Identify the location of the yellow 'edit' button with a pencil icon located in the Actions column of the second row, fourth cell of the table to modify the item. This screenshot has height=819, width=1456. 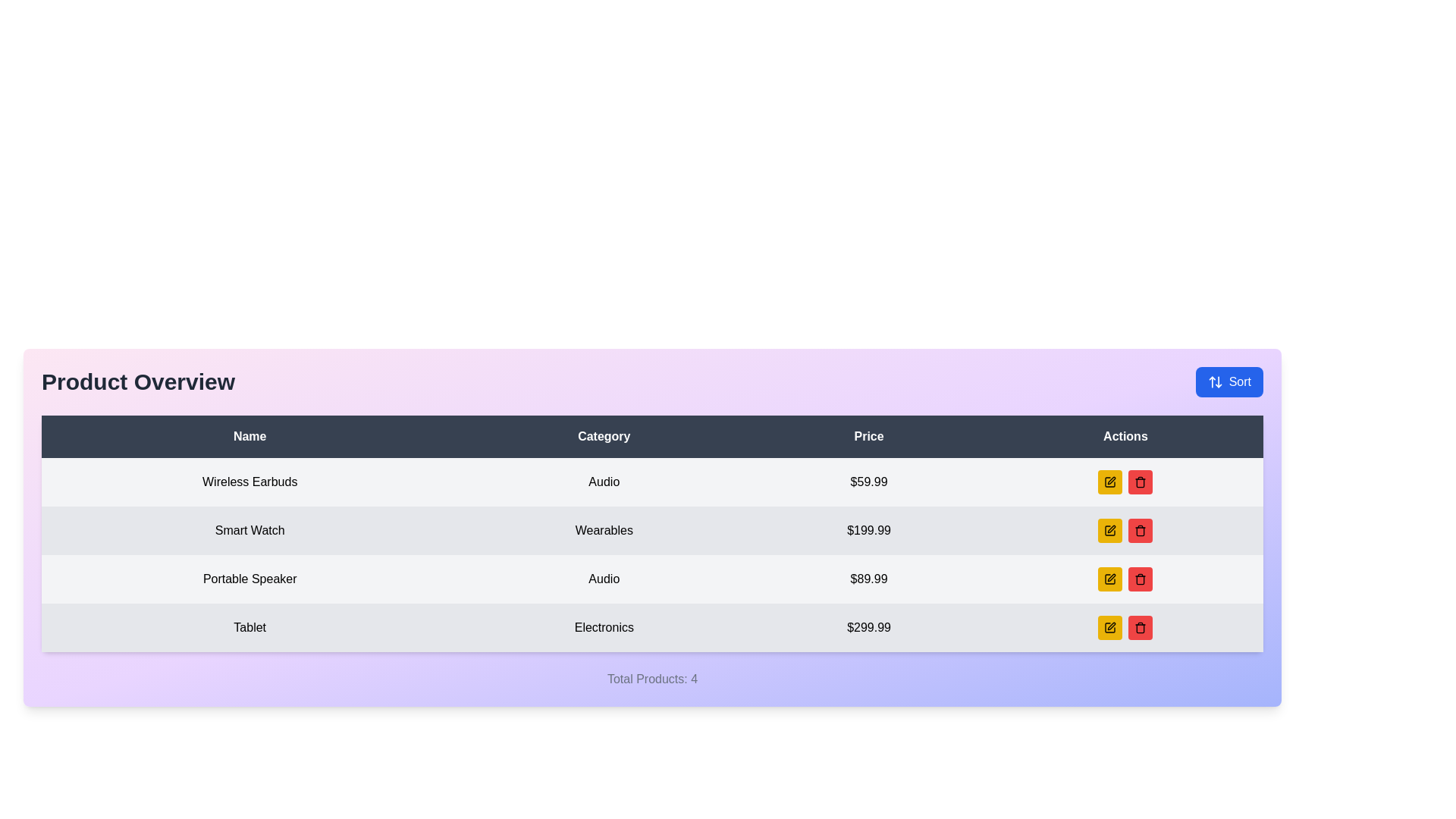
(1125, 529).